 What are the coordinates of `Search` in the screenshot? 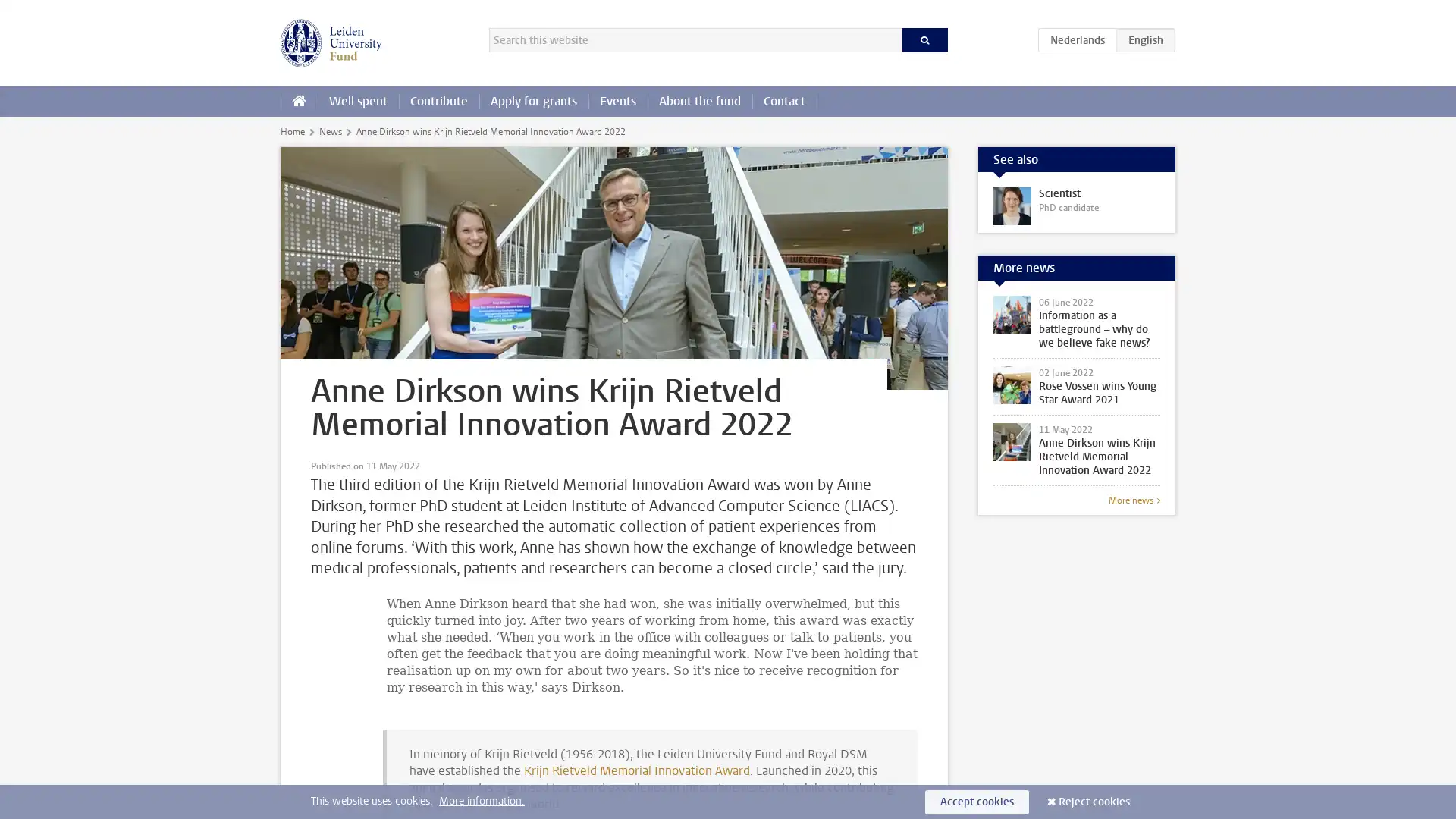 It's located at (924, 39).